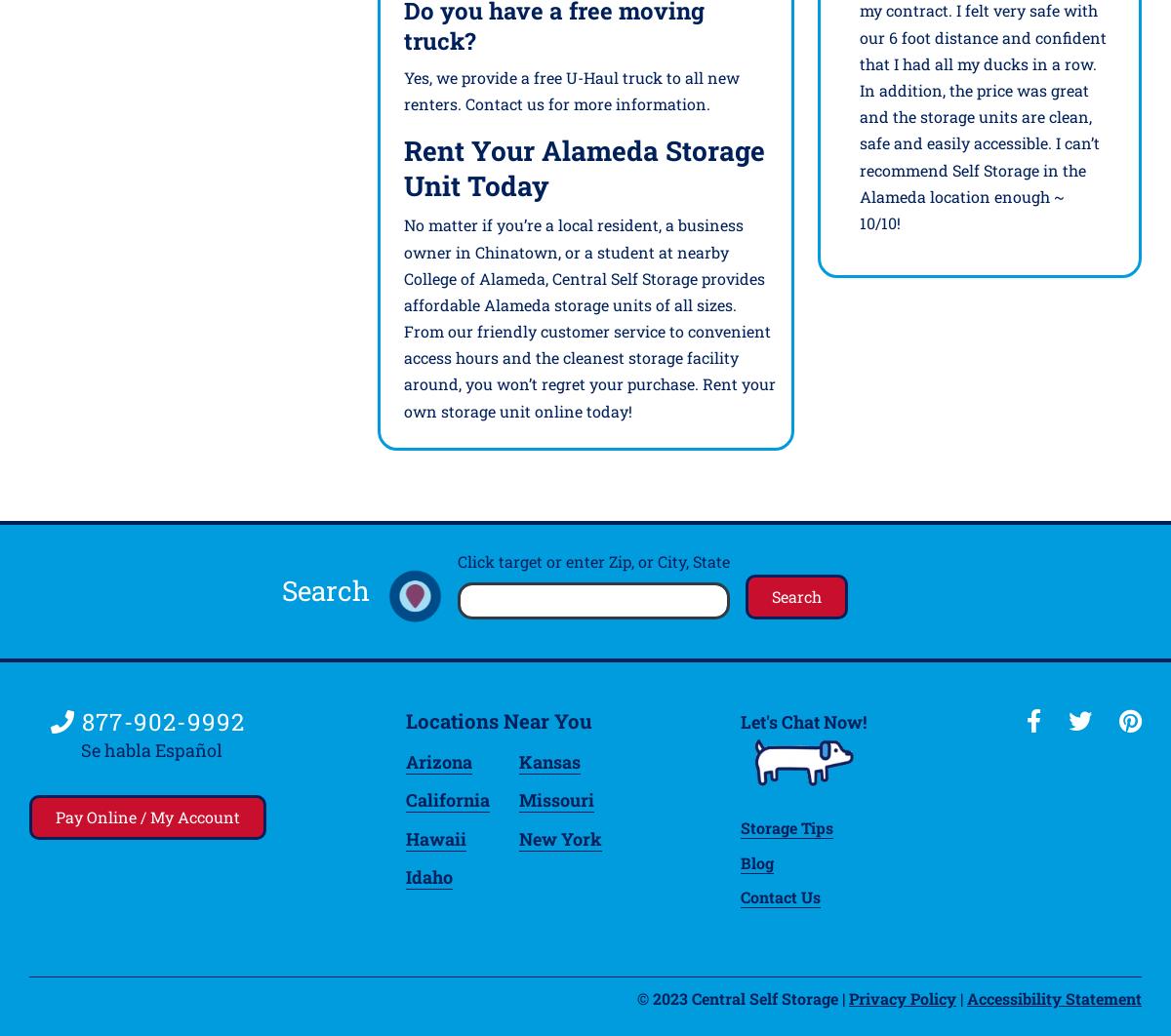 The width and height of the screenshot is (1171, 1036). Describe the element at coordinates (56, 816) in the screenshot. I see `'Pay Online /
                    My Account'` at that location.